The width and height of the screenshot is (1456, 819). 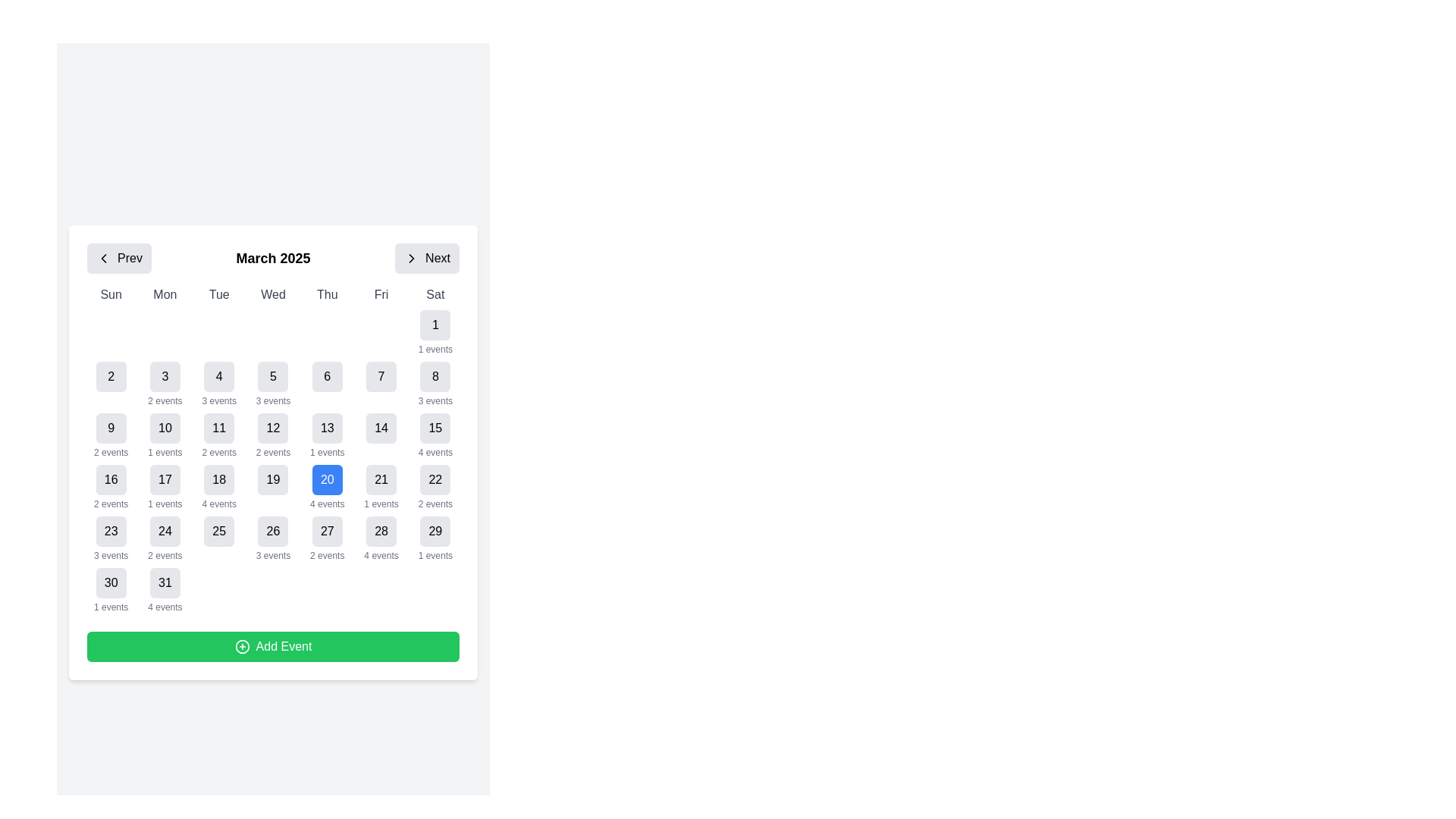 What do you see at coordinates (435, 555) in the screenshot?
I see `the label displaying the number of events scheduled for the date '29', which shows '1 events' and is located at the bottom segment of the calendar grid` at bounding box center [435, 555].